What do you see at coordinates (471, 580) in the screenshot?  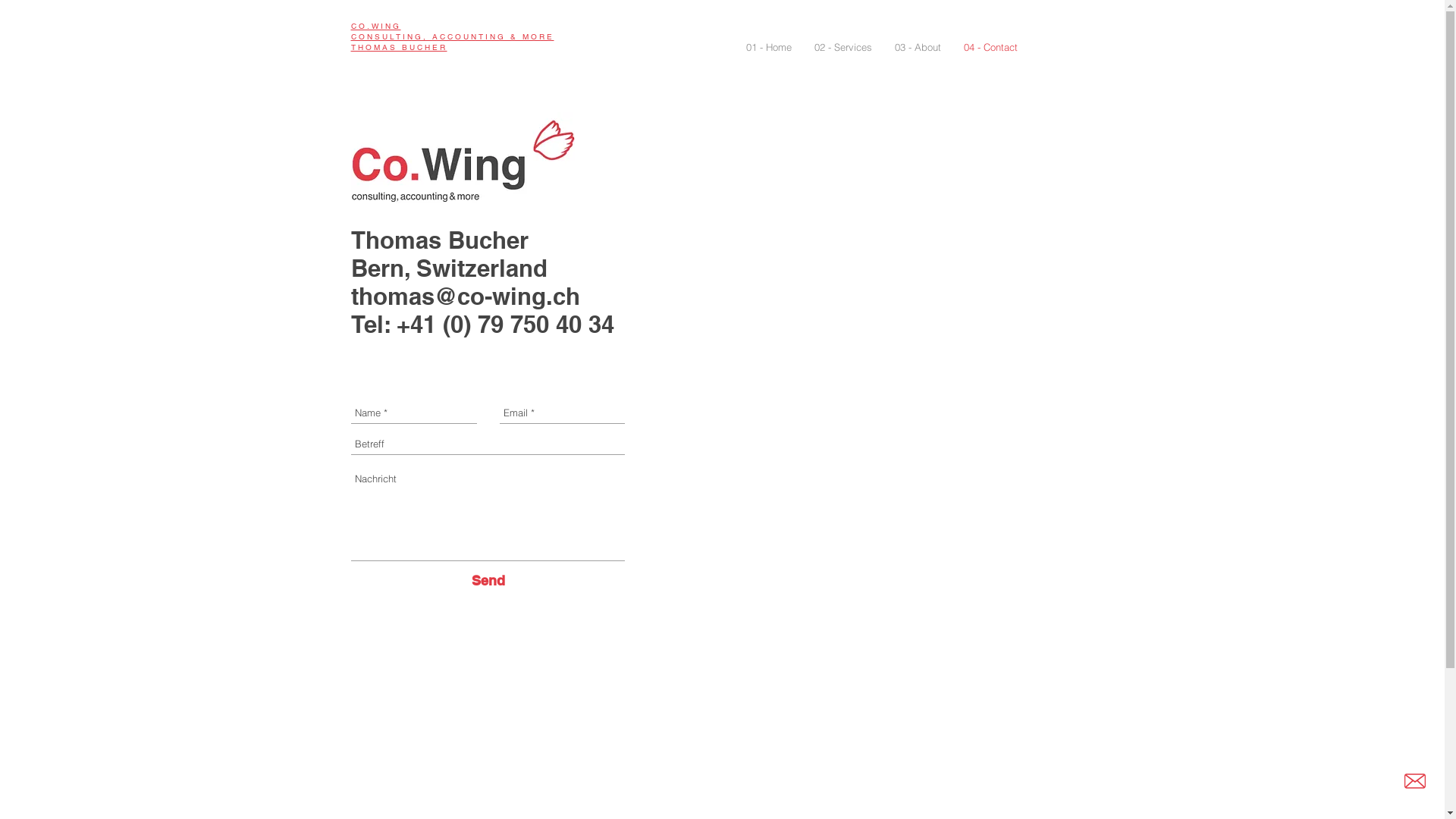 I see `'Send'` at bounding box center [471, 580].